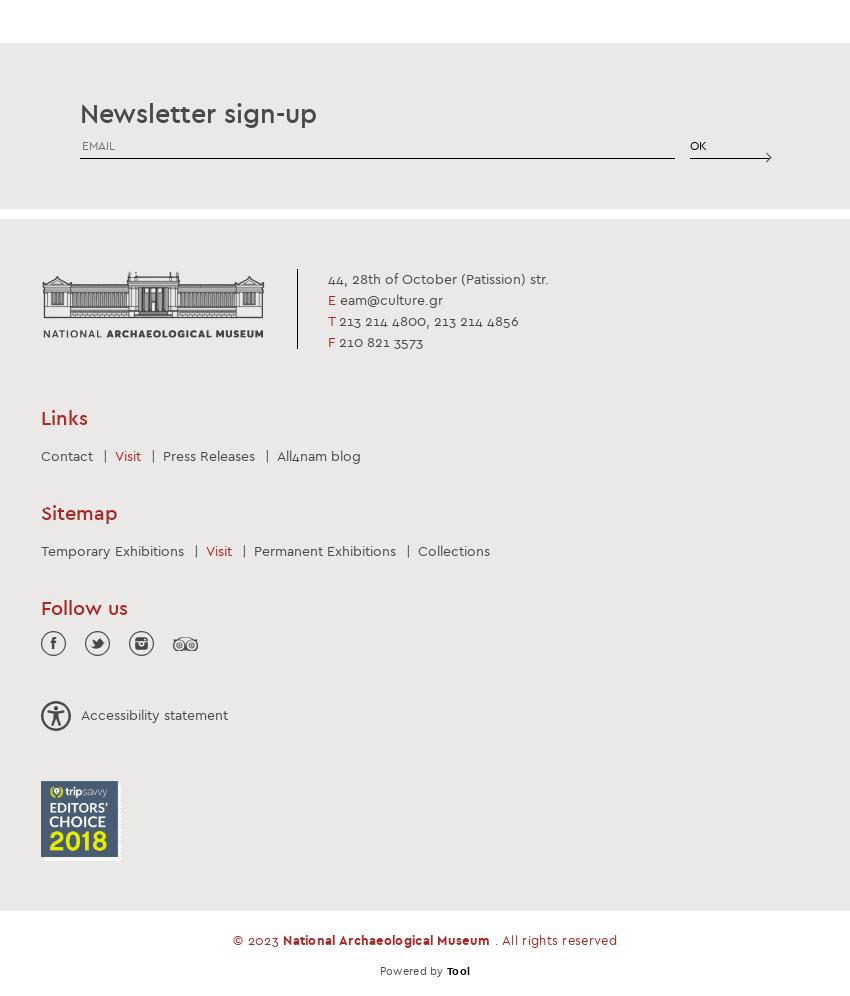 The image size is (850, 996). What do you see at coordinates (208, 454) in the screenshot?
I see `'Press Releases'` at bounding box center [208, 454].